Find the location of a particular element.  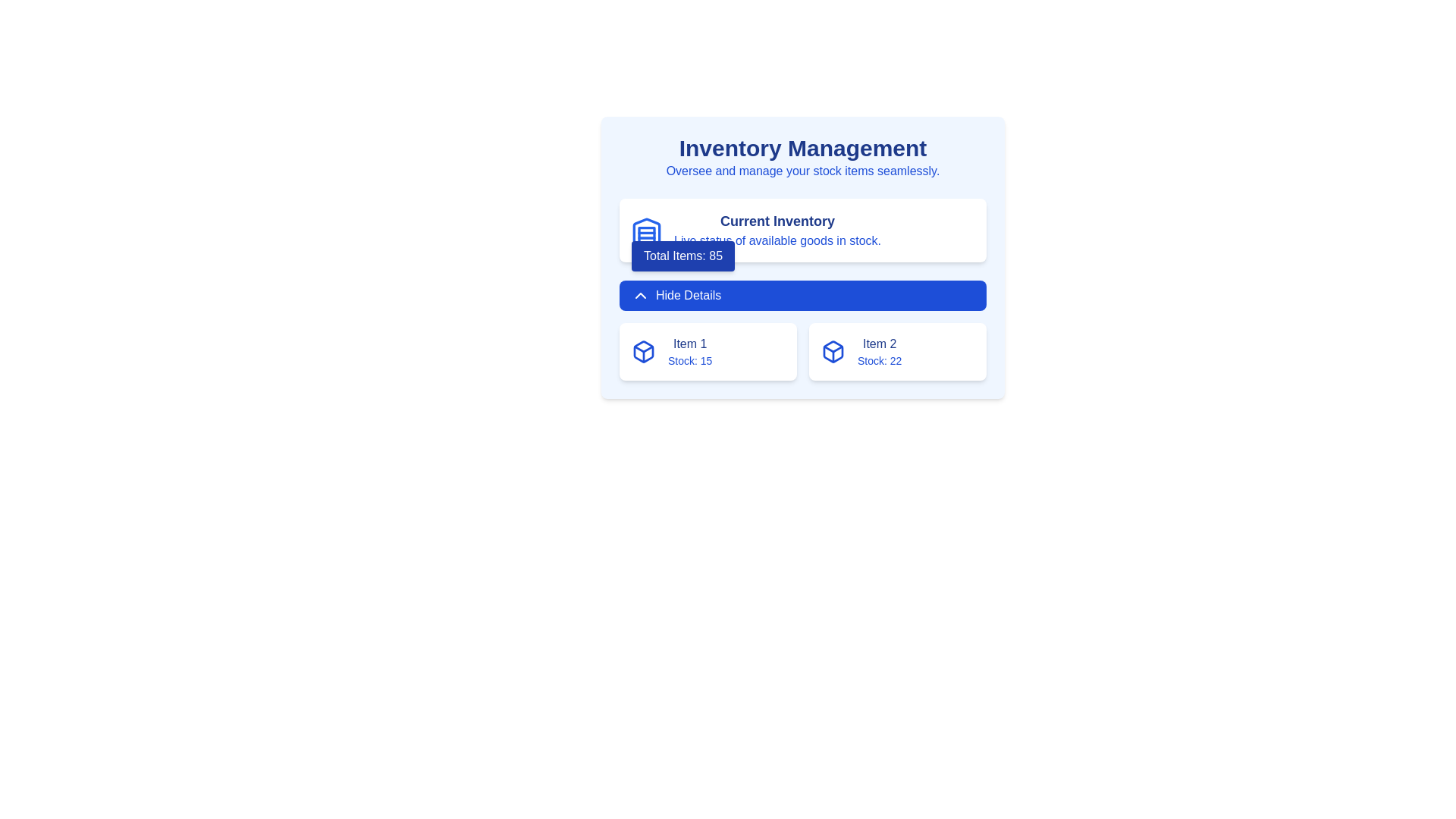

the text label displaying 'Item 2' in bold blue font and 'Stock: 22' located in the lower right corner of the card with a white background is located at coordinates (880, 351).